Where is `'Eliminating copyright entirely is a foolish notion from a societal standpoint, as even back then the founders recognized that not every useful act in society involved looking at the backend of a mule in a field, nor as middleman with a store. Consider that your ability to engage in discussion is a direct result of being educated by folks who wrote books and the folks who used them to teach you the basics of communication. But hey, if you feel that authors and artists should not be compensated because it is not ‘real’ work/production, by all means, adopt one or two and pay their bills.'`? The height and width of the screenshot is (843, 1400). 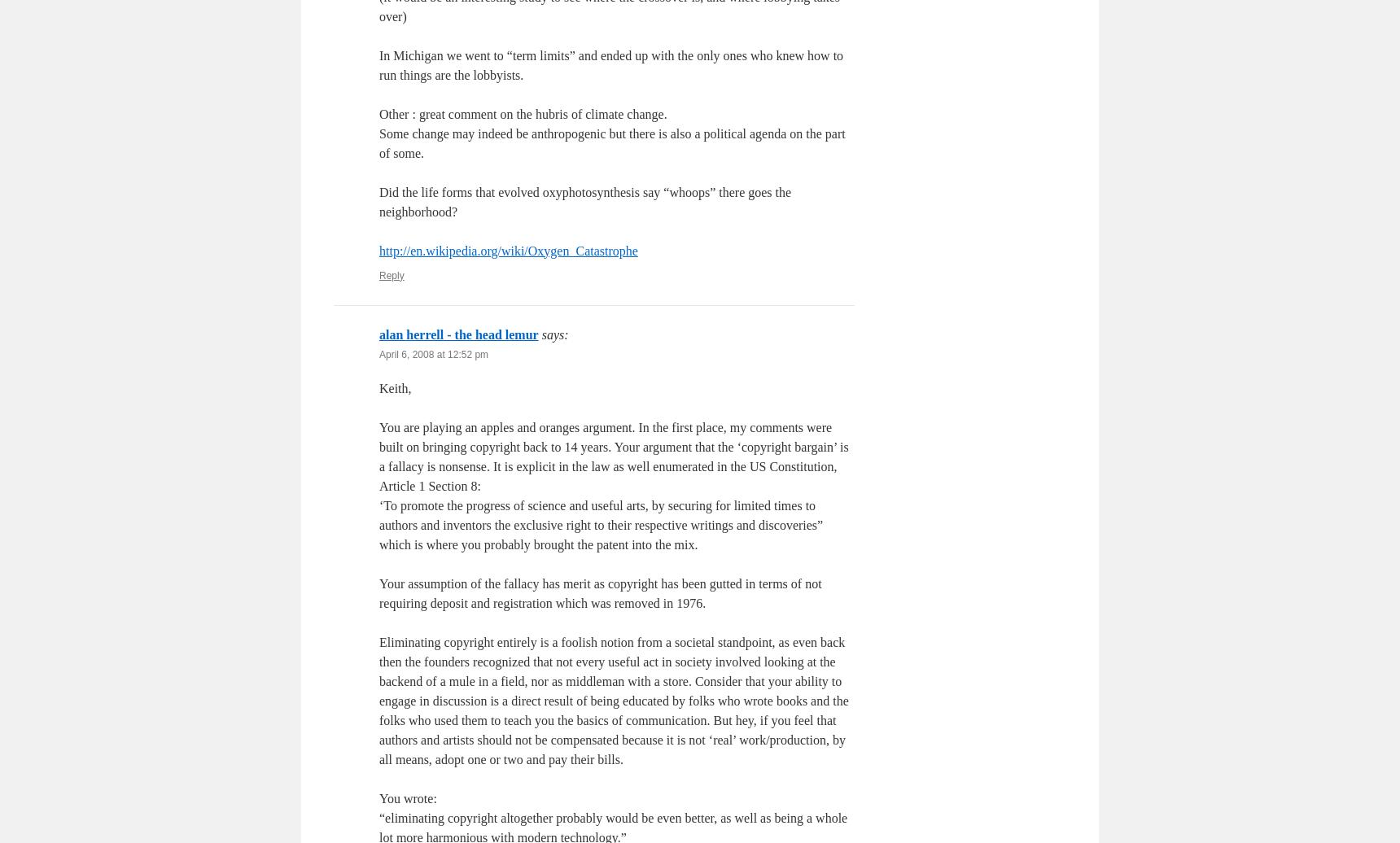
'Eliminating copyright entirely is a foolish notion from a societal standpoint, as even back then the founders recognized that not every useful act in society involved looking at the backend of a mule in a field, nor as middleman with a store. Consider that your ability to engage in discussion is a direct result of being educated by folks who wrote books and the folks who used them to teach you the basics of communication. But hey, if you feel that authors and artists should not be compensated because it is not ‘real’ work/production, by all means, adopt one or two and pay their bills.' is located at coordinates (378, 700).